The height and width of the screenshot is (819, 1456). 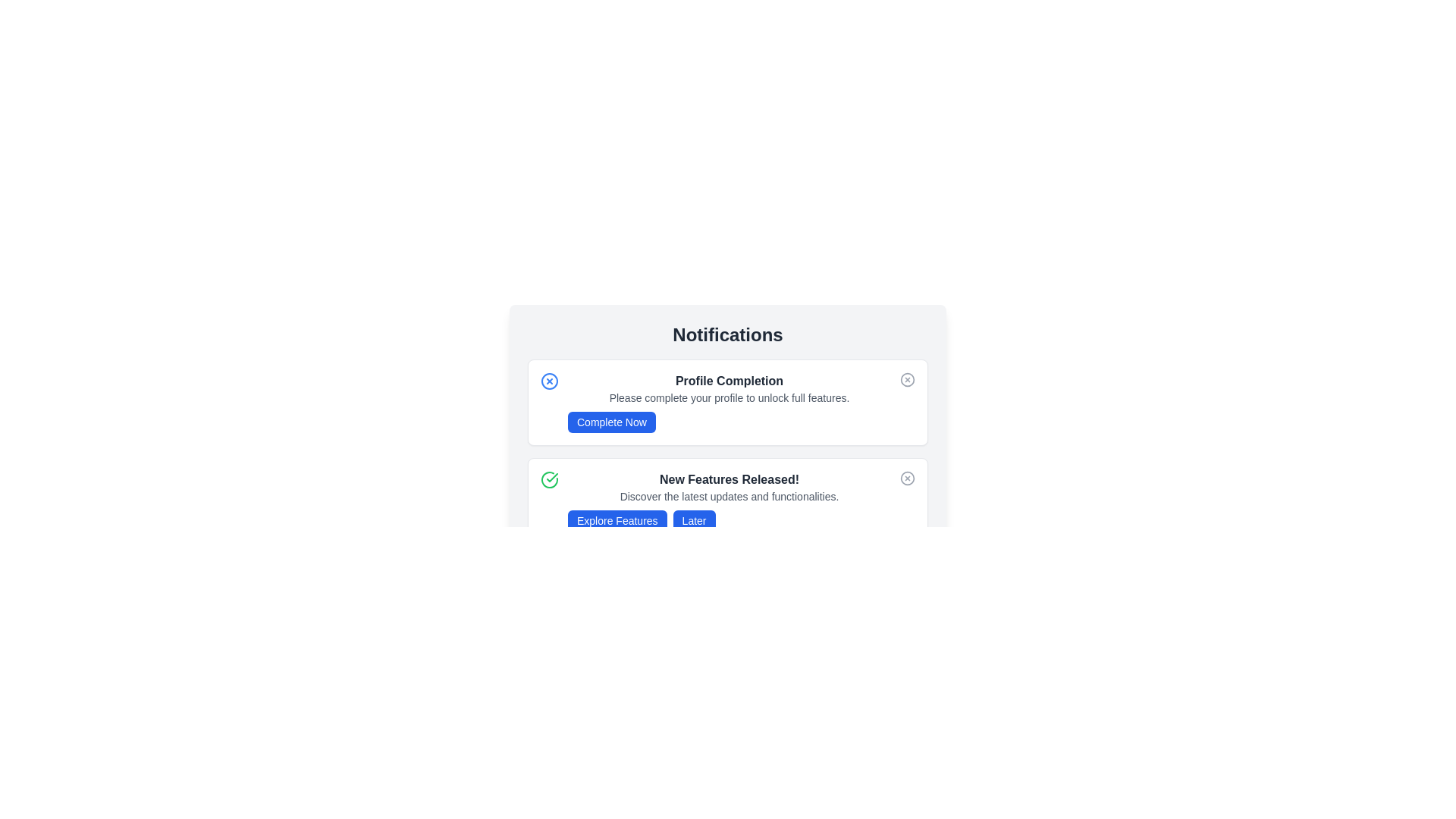 I want to click on the action button Later within a notification, so click(x=693, y=519).